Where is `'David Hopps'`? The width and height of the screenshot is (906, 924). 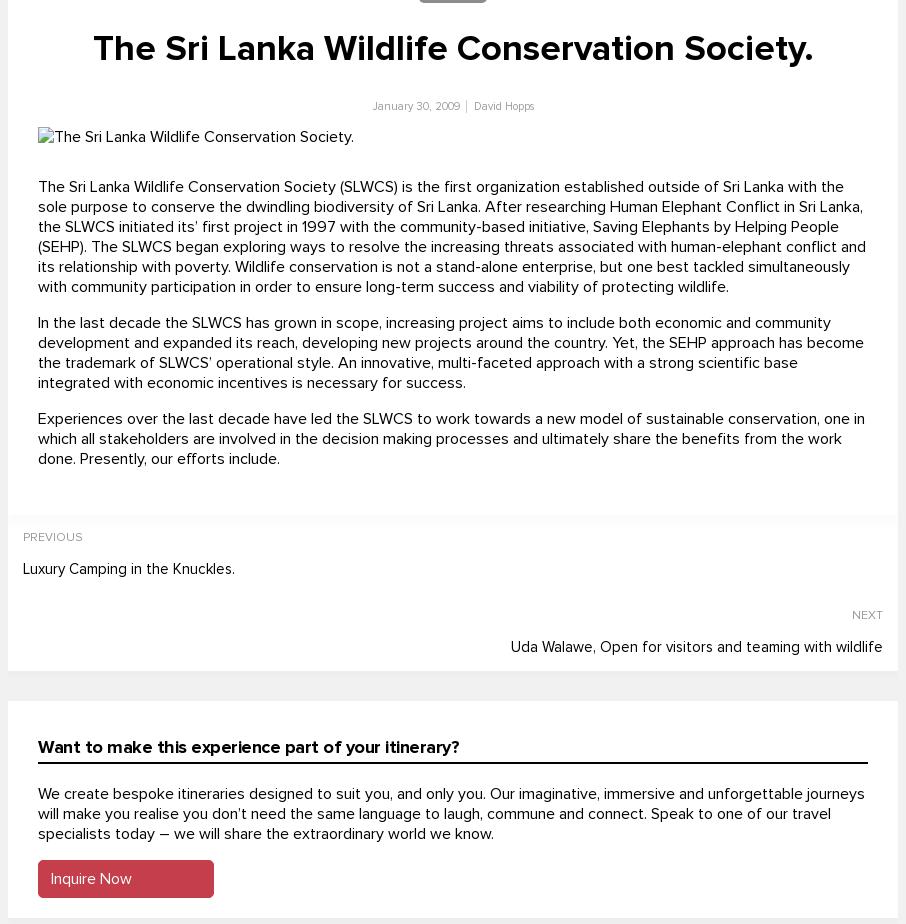 'David Hopps' is located at coordinates (503, 106).